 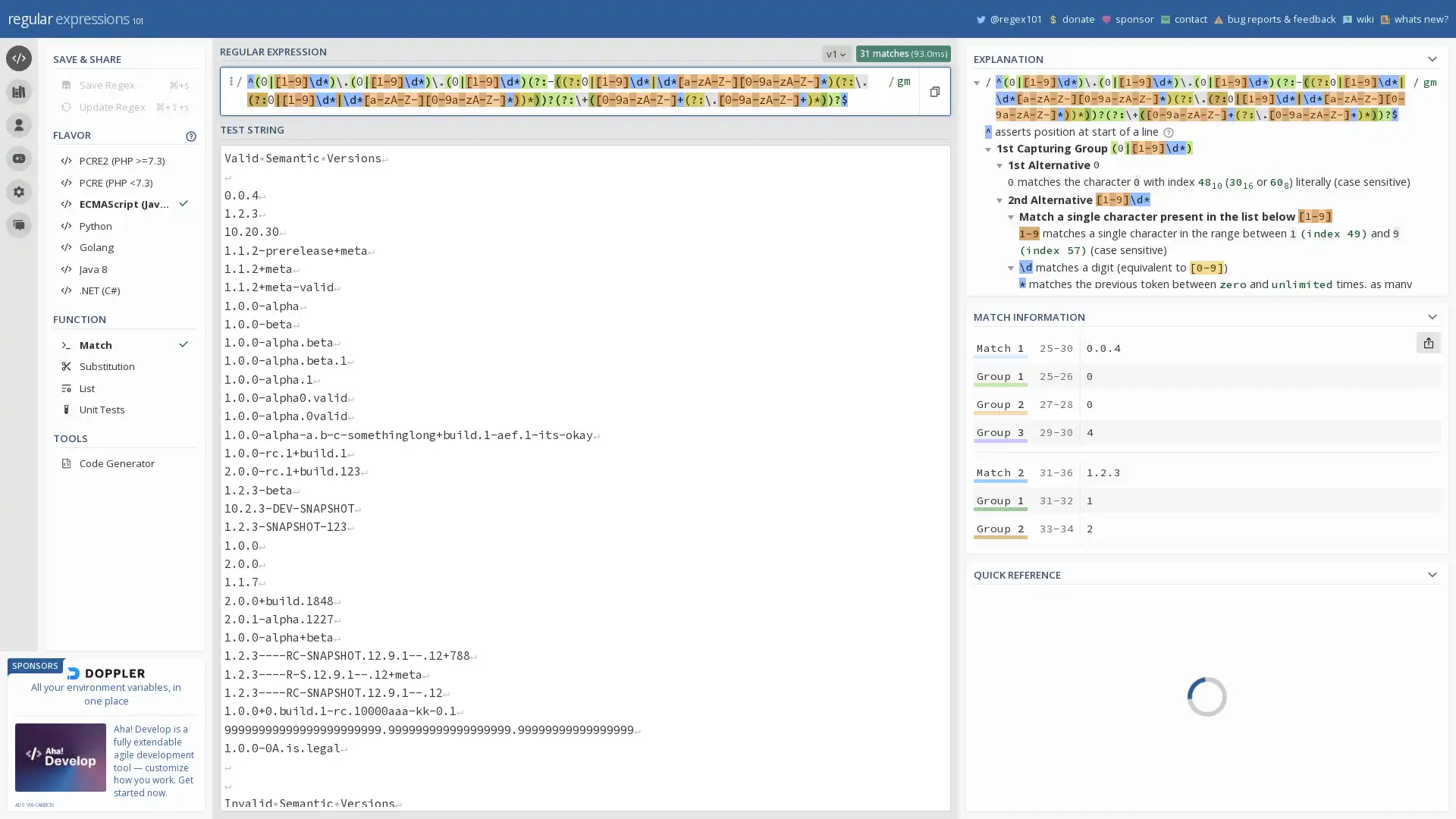 I want to click on Collapse Subtree, so click(x=1002, y=576).